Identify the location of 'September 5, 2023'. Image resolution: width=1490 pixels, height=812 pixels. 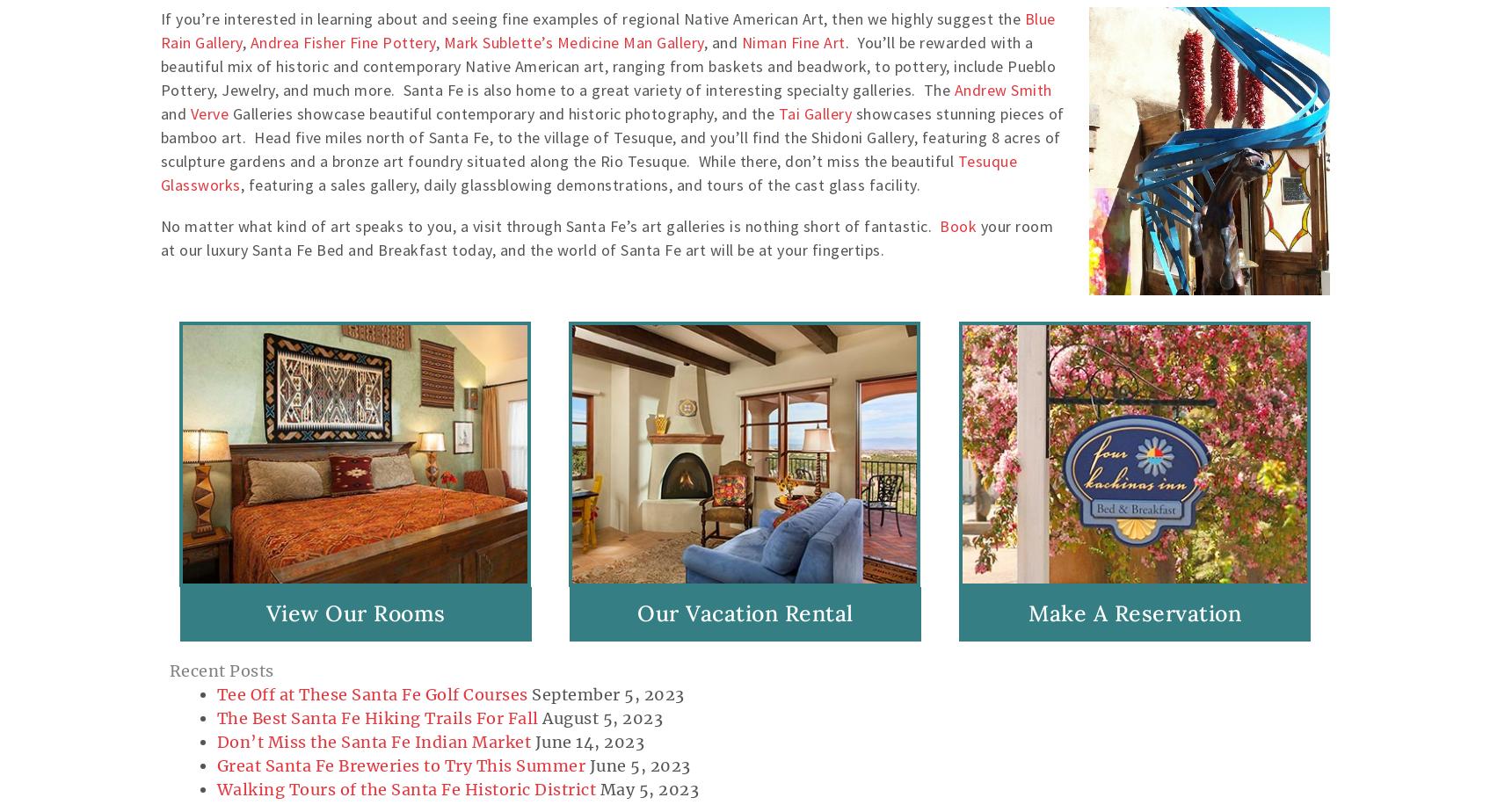
(607, 693).